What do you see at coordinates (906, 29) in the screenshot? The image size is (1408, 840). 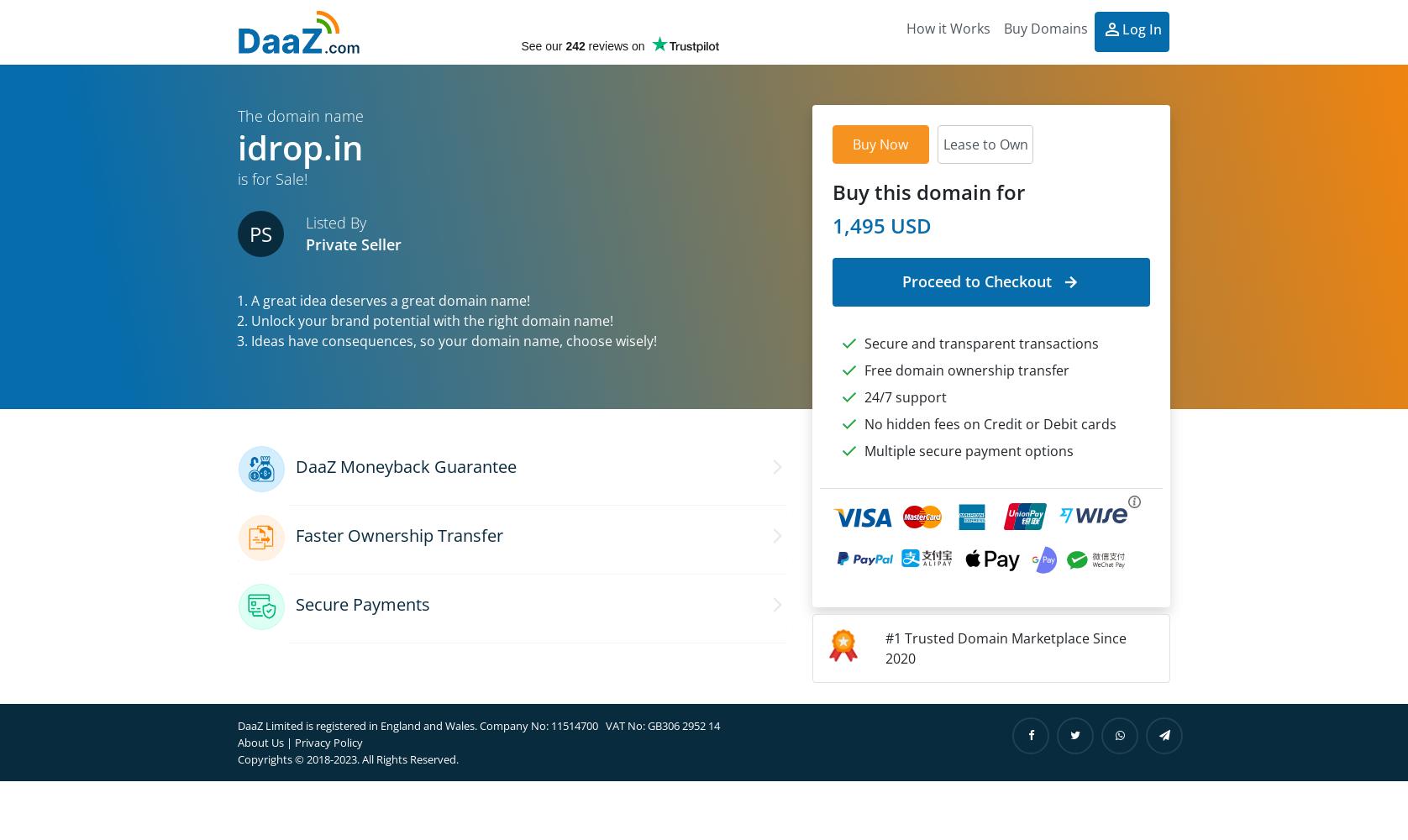 I see `'How it
Works'` at bounding box center [906, 29].